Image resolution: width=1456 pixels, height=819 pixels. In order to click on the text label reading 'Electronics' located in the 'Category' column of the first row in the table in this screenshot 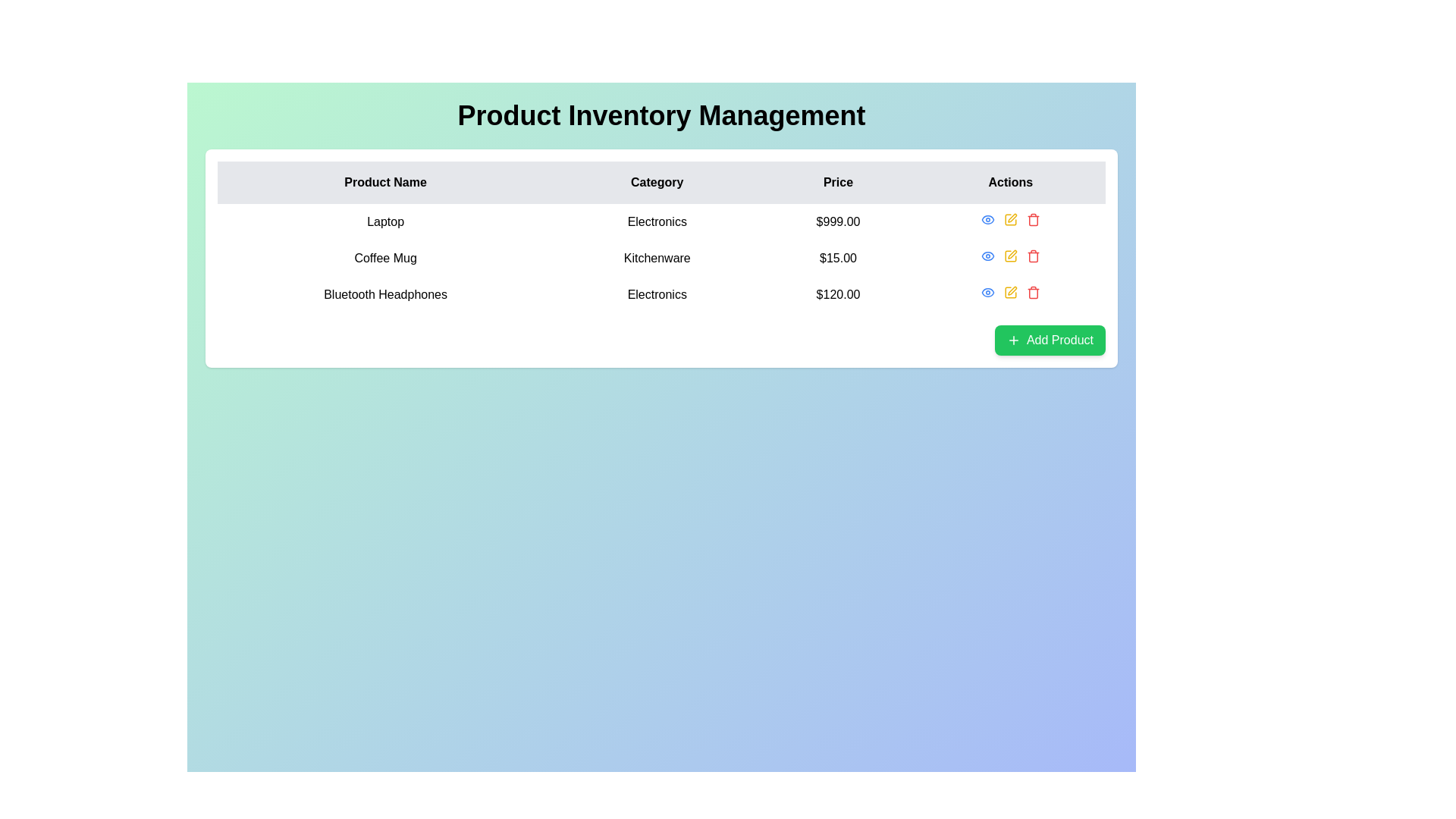, I will do `click(657, 222)`.